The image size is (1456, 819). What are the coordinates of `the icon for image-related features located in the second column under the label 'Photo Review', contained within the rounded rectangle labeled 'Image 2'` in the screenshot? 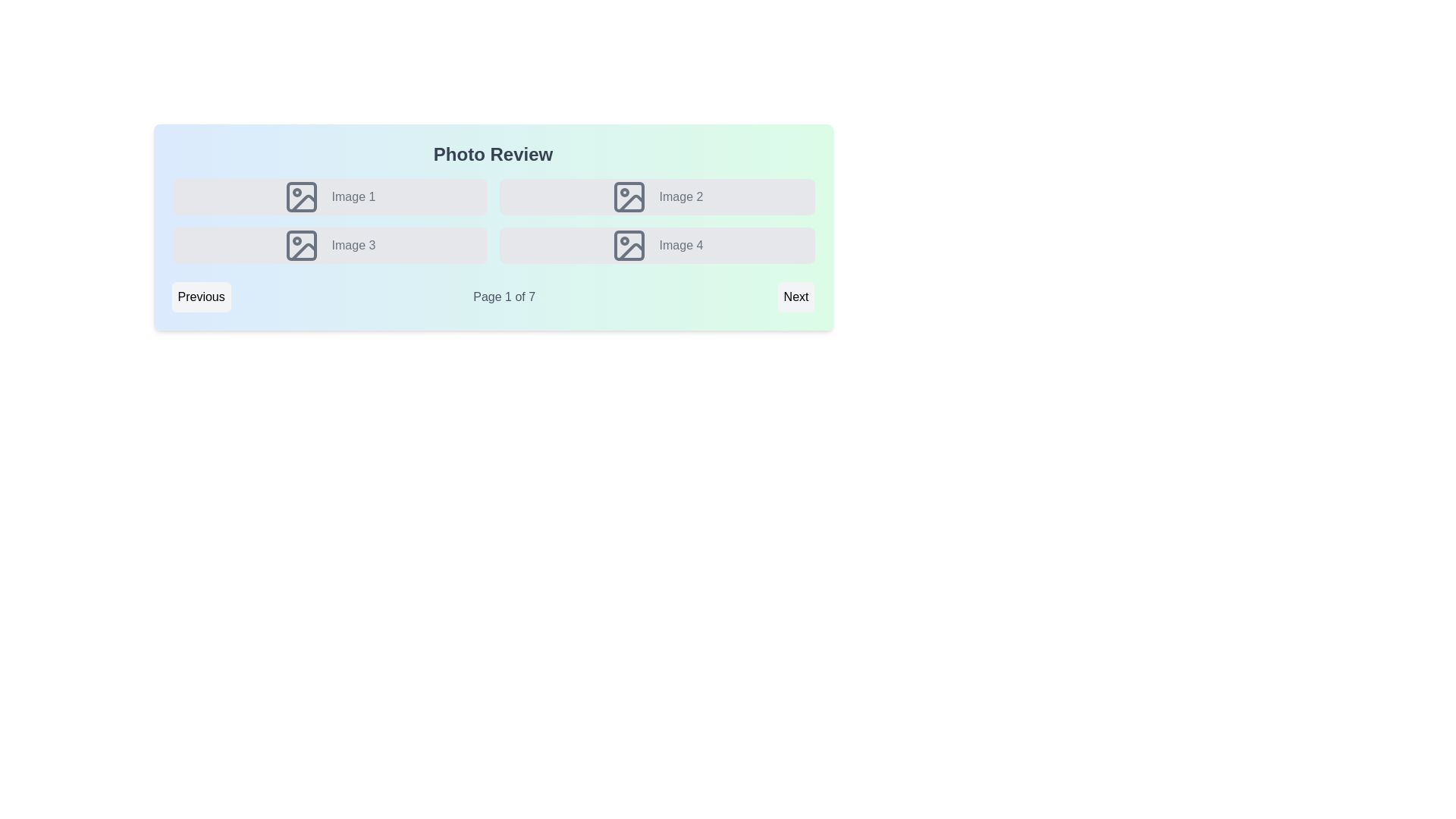 It's located at (629, 196).